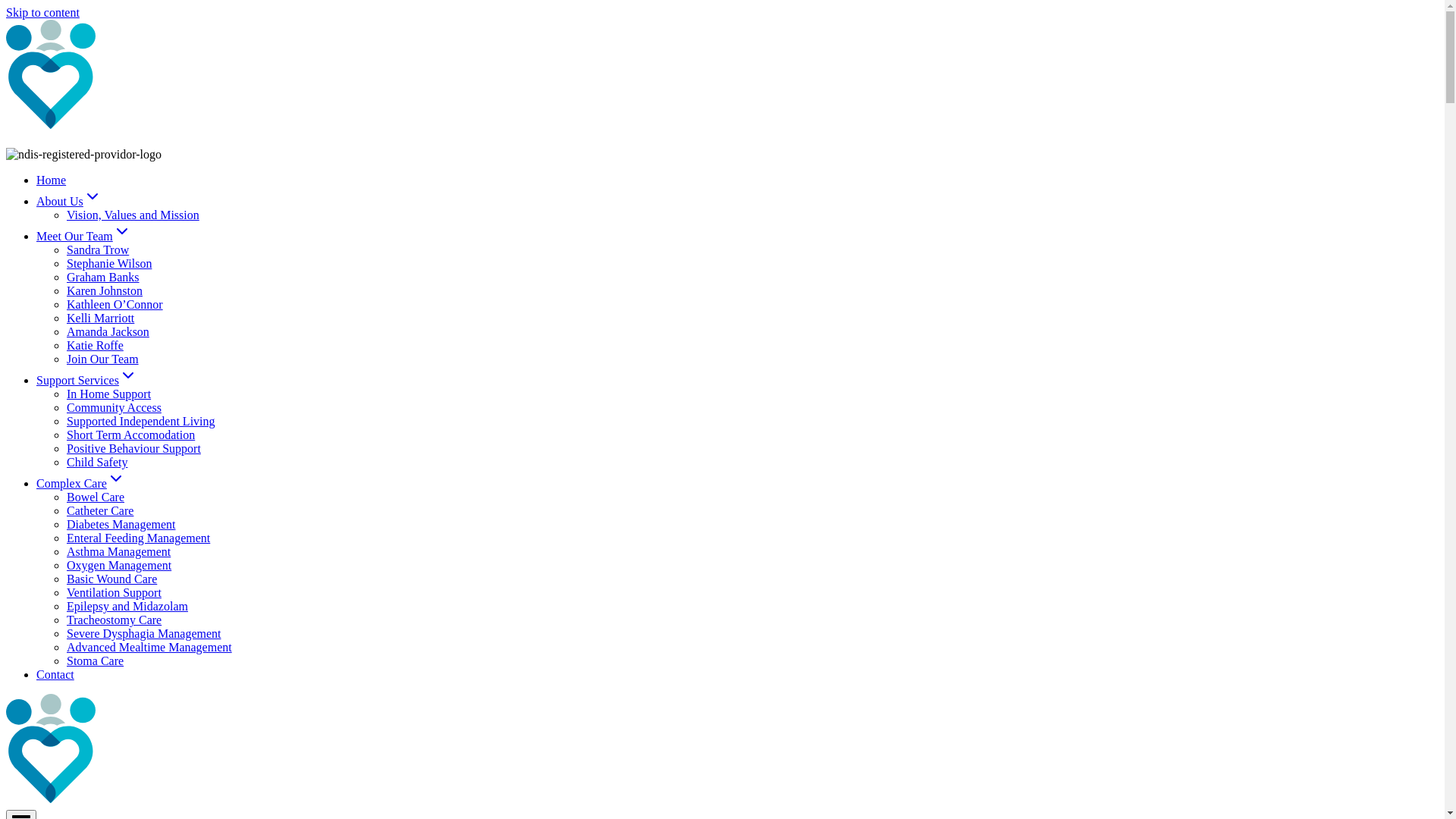 The width and height of the screenshot is (1456, 819). I want to click on 'Oxygen Management', so click(118, 565).